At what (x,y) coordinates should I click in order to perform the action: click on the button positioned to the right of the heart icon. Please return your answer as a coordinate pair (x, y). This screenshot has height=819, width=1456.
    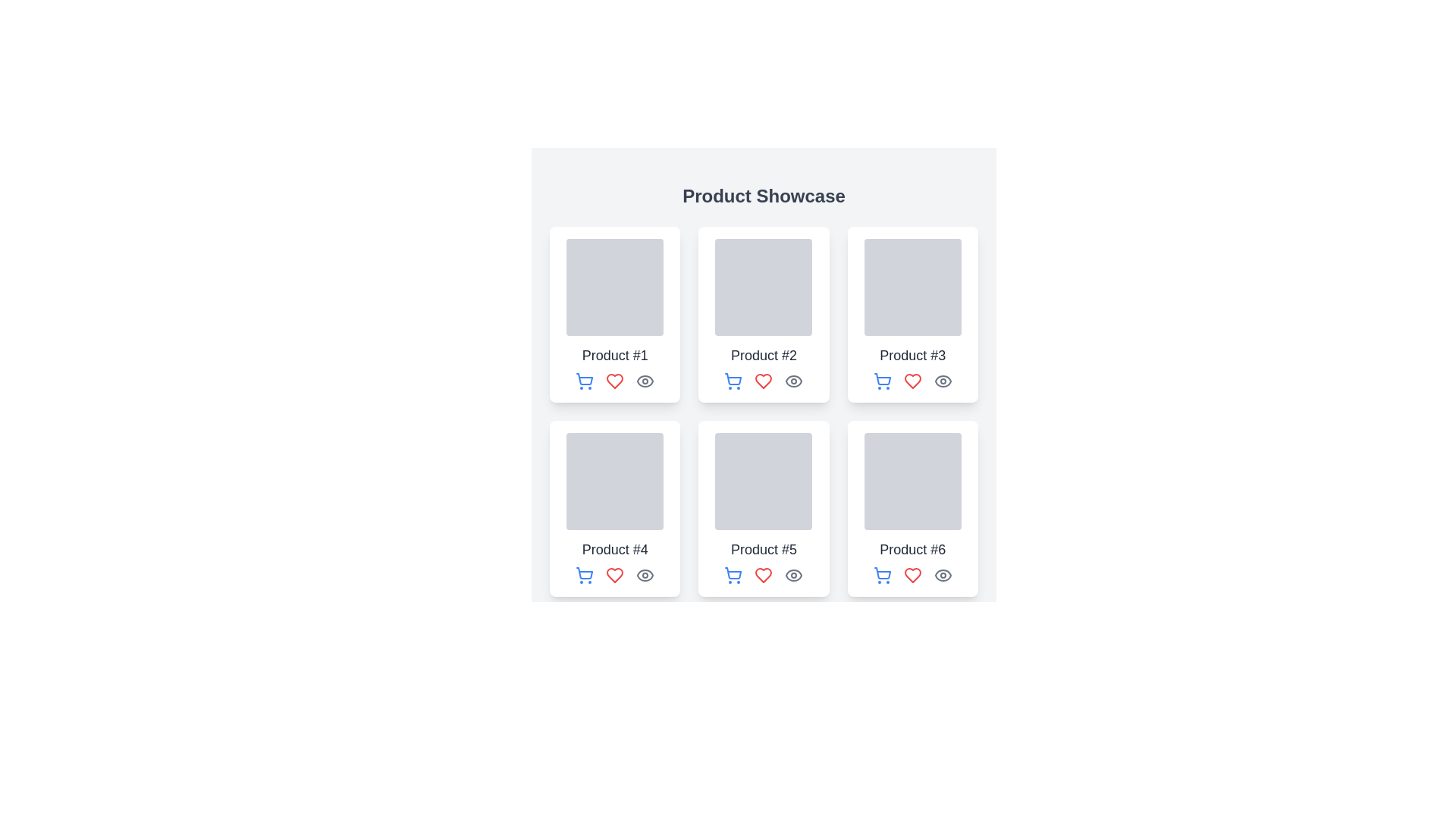
    Looking at the image, I should click on (793, 380).